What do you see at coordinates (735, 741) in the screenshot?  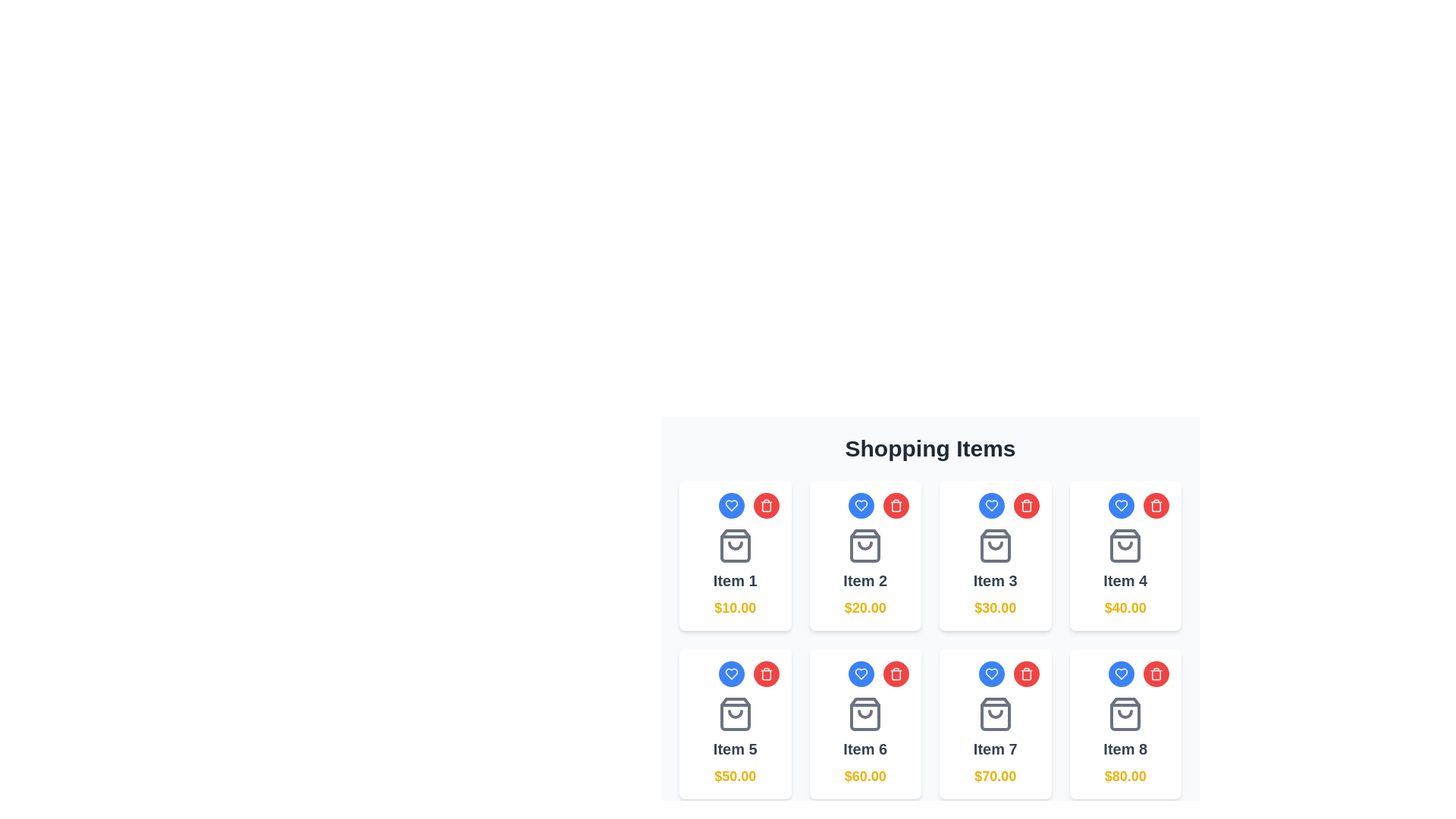 I see `the name text of the fifth shopping item card in the grid layout, which displays the item's name and price` at bounding box center [735, 741].